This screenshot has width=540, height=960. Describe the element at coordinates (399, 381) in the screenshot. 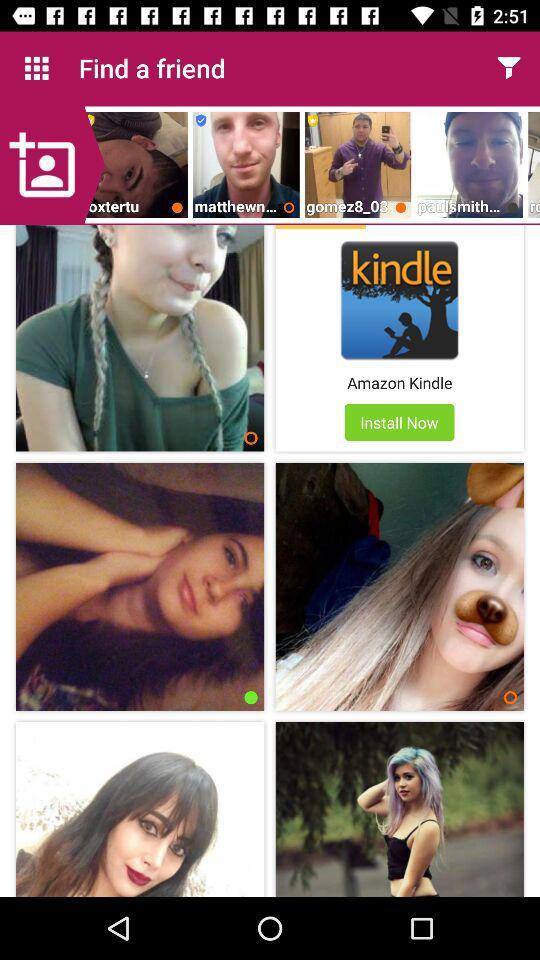

I see `amazon kindle icon` at that location.